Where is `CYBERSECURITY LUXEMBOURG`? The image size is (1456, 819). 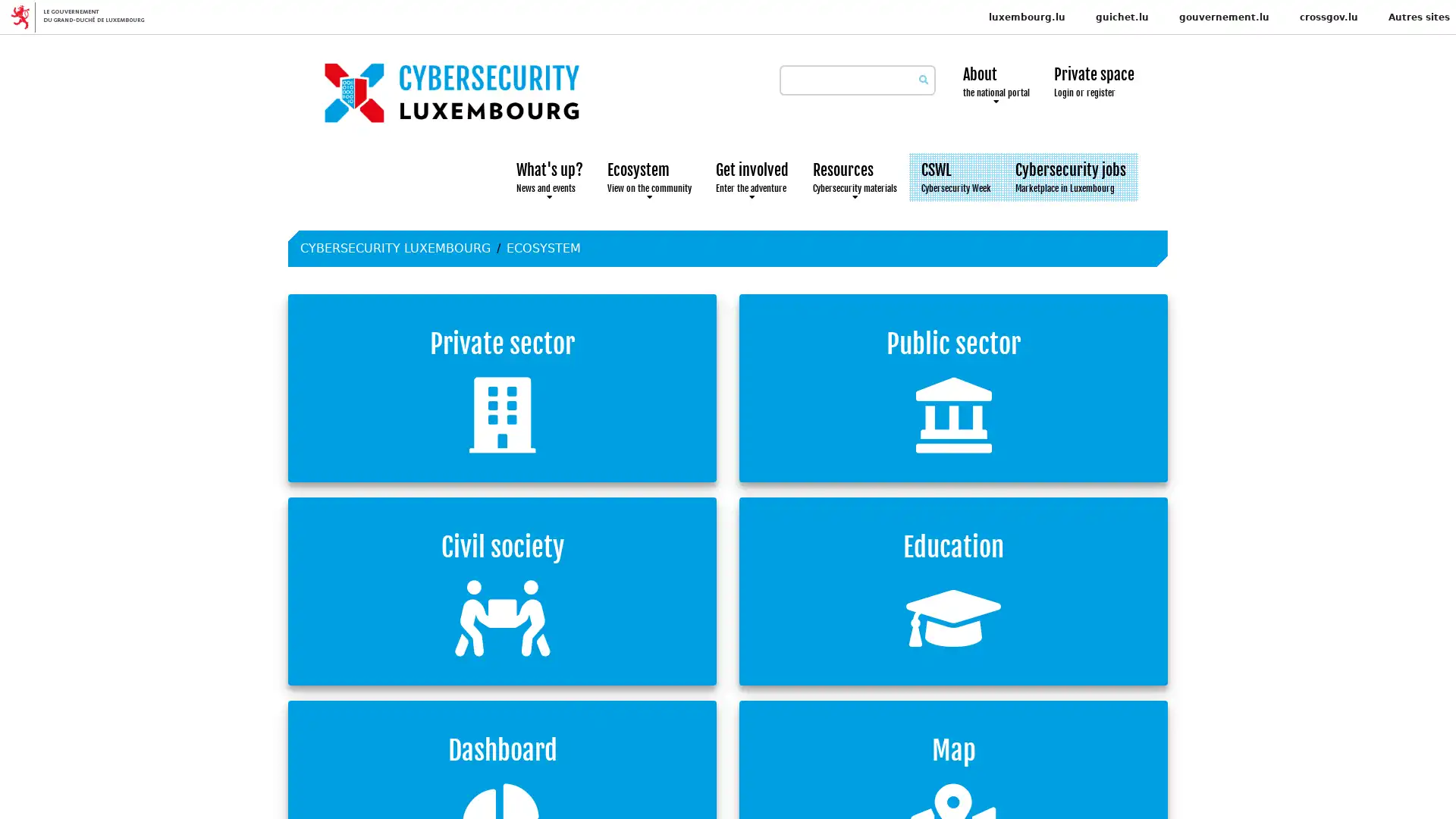 CYBERSECURITY LUXEMBOURG is located at coordinates (395, 247).